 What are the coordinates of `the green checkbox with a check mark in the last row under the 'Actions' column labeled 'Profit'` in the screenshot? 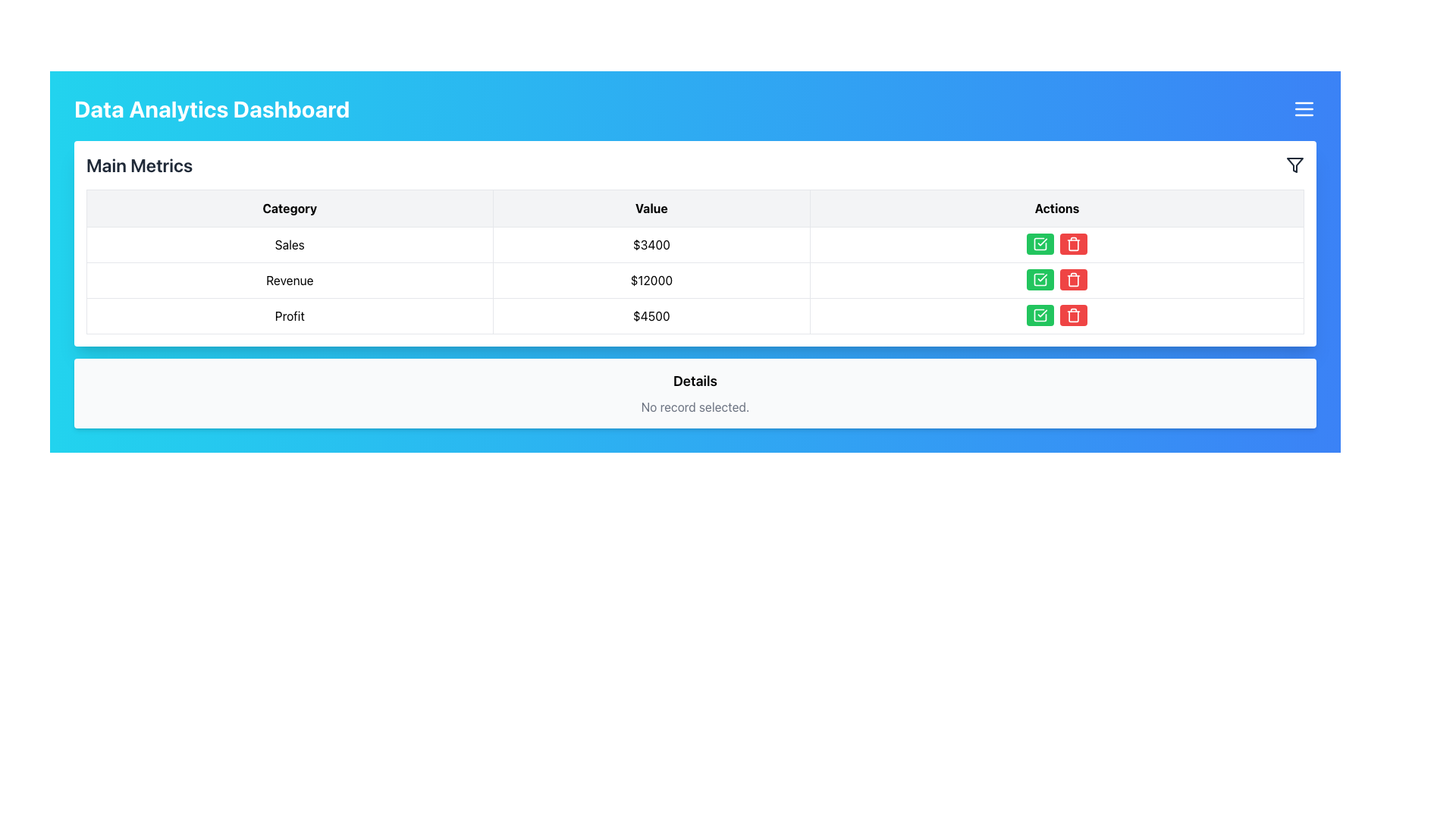 It's located at (1040, 315).